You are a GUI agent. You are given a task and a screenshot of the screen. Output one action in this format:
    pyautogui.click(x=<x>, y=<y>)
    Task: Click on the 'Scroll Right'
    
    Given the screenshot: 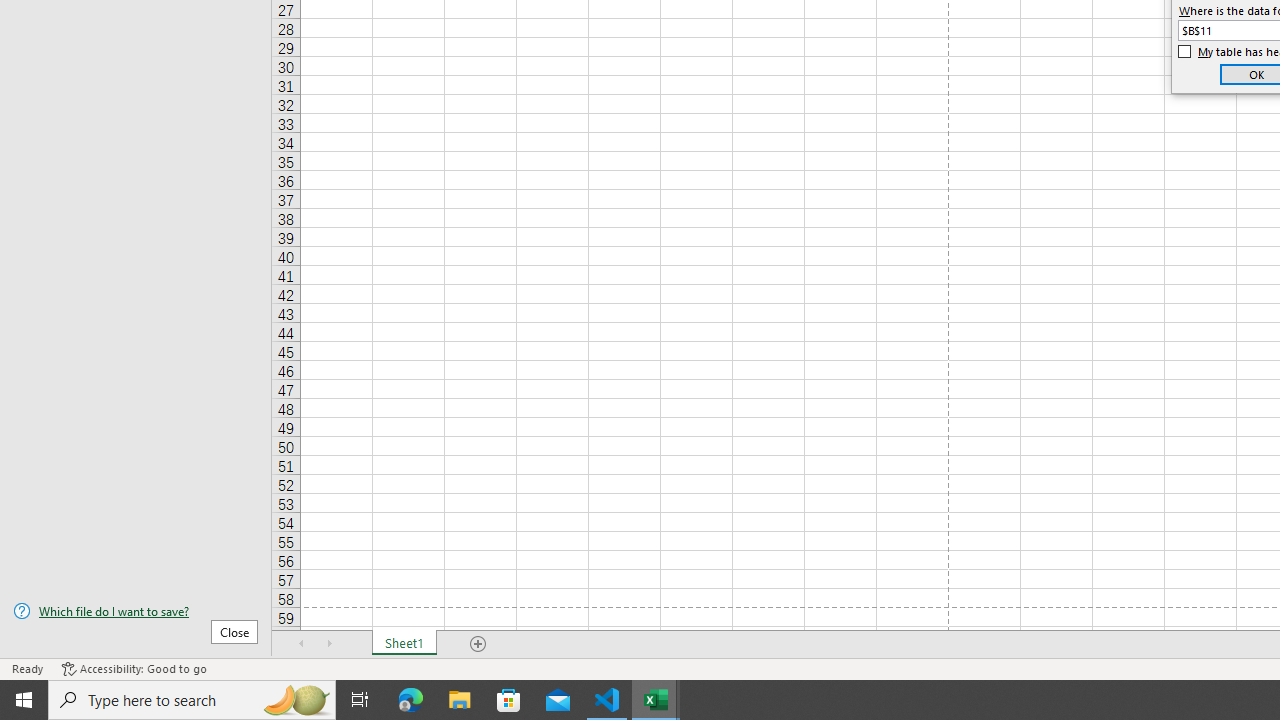 What is the action you would take?
    pyautogui.click(x=330, y=644)
    